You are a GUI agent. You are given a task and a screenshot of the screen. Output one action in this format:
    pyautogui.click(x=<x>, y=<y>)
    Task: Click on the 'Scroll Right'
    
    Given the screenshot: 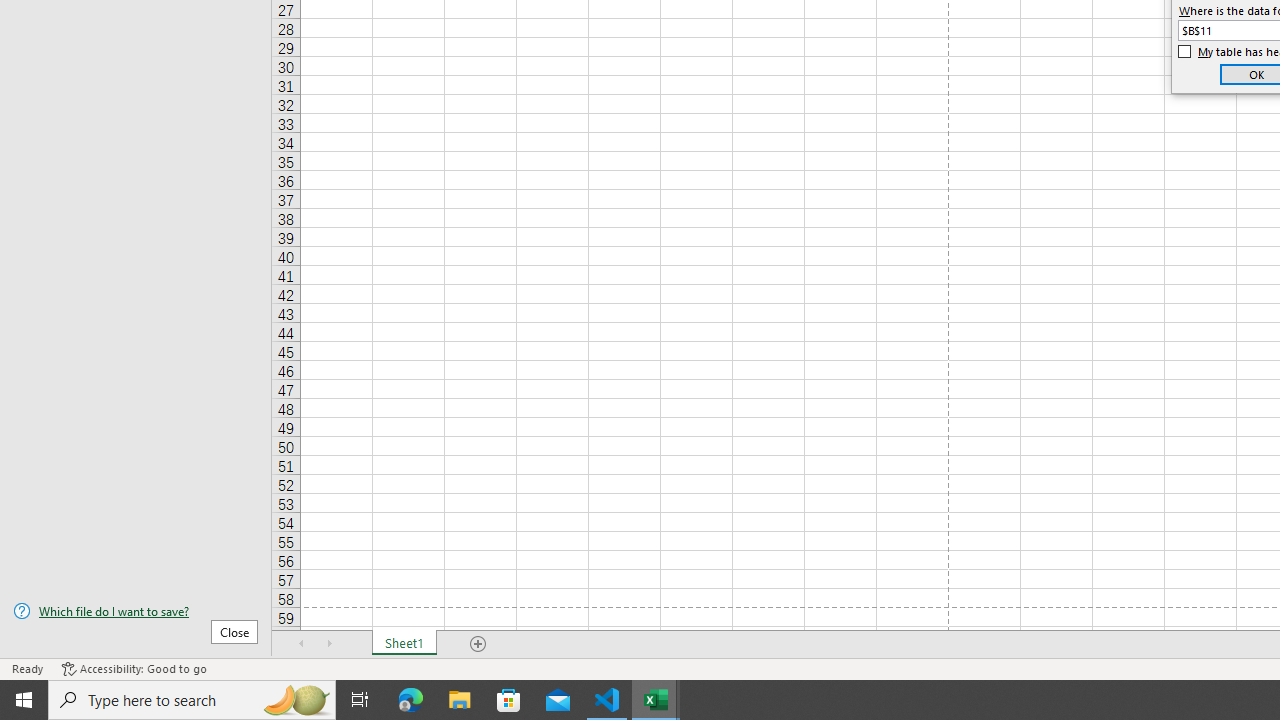 What is the action you would take?
    pyautogui.click(x=330, y=644)
    